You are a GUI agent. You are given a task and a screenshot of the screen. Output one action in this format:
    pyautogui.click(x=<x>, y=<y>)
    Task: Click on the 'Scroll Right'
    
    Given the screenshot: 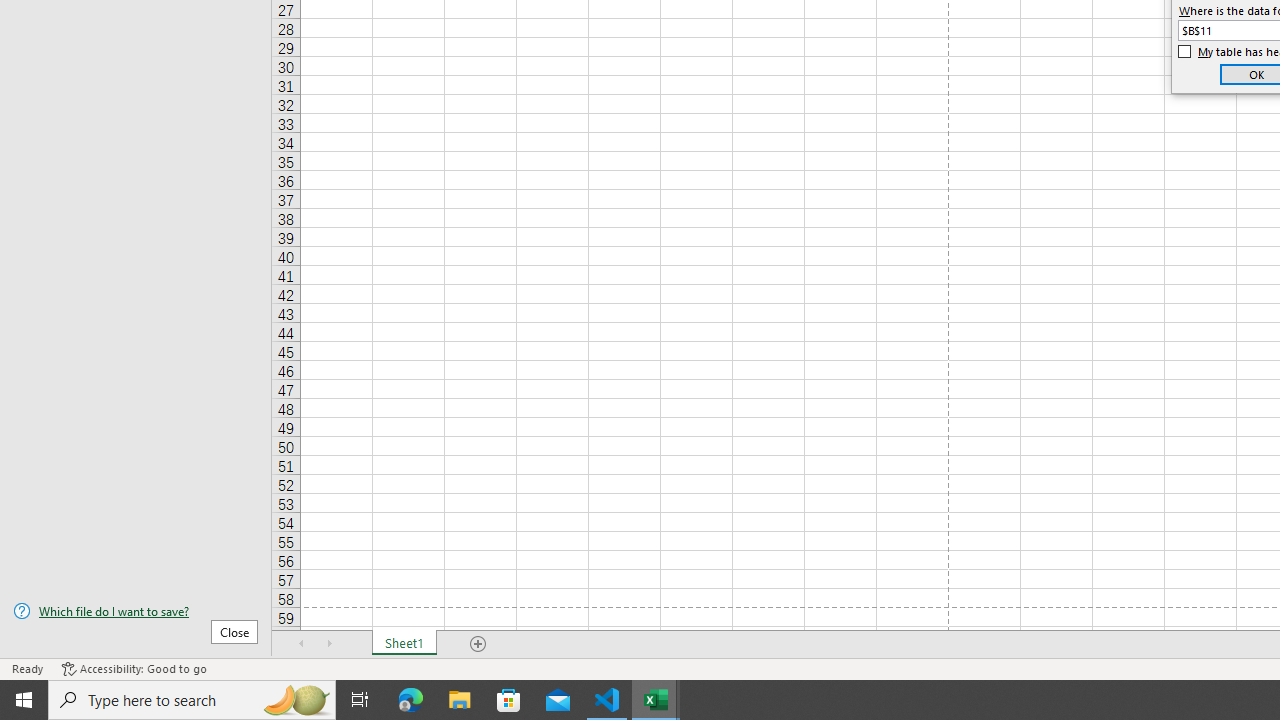 What is the action you would take?
    pyautogui.click(x=330, y=644)
    